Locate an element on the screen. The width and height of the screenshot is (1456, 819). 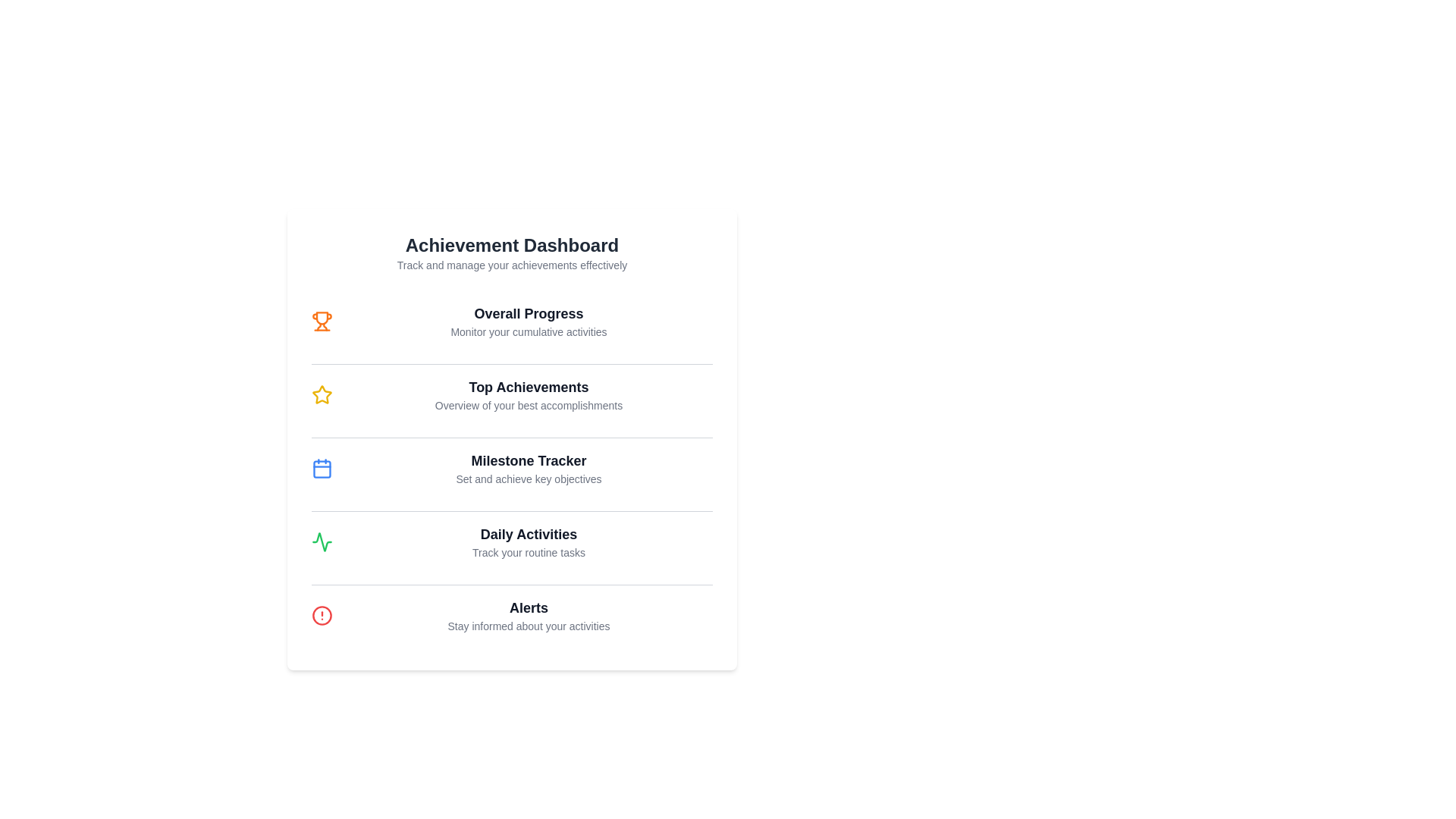
the bold text label that reads 'Alerts', which is styled prominently in dark gray above a smaller description text is located at coordinates (529, 607).